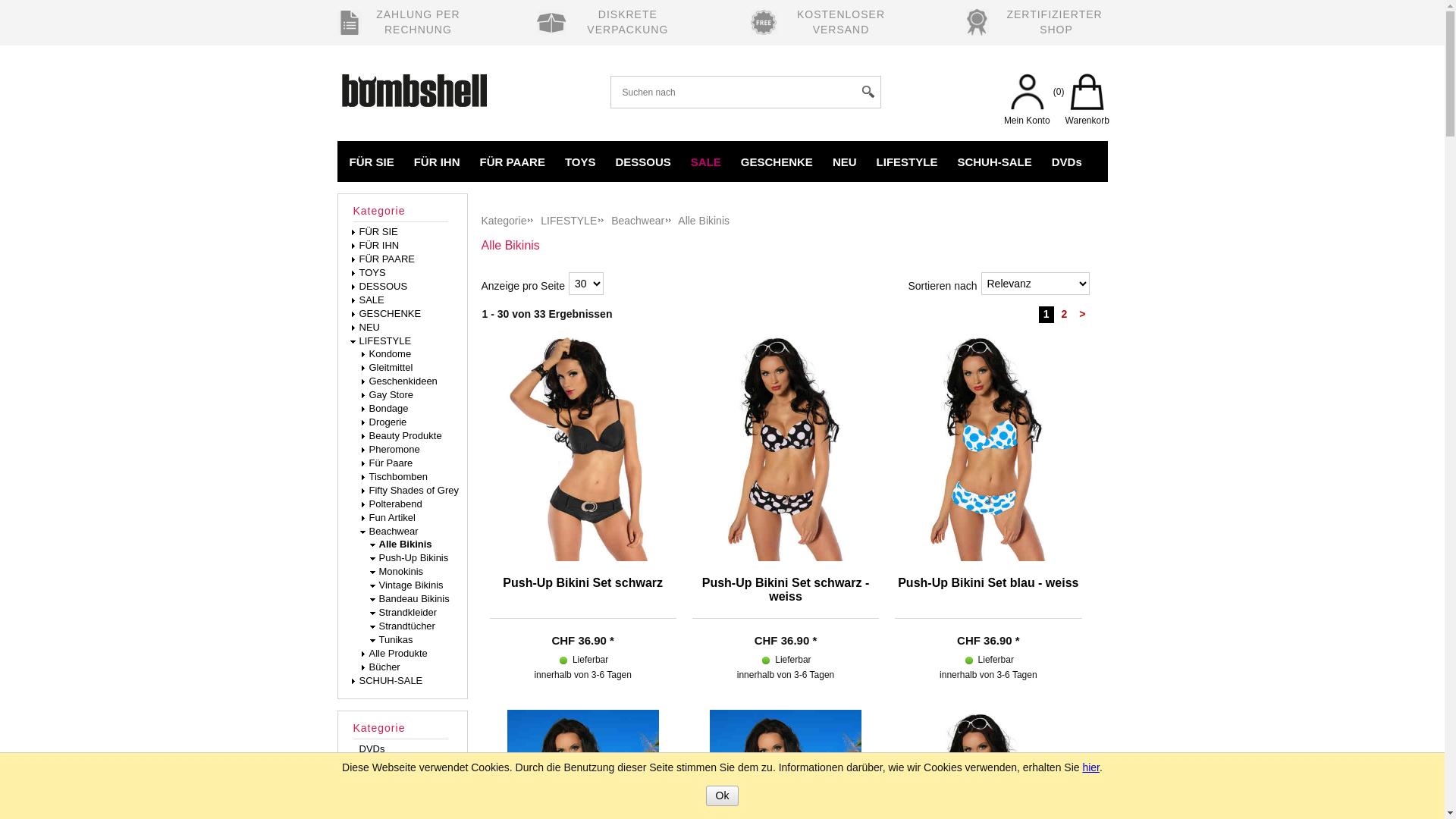  I want to click on ' Kondome', so click(368, 353).